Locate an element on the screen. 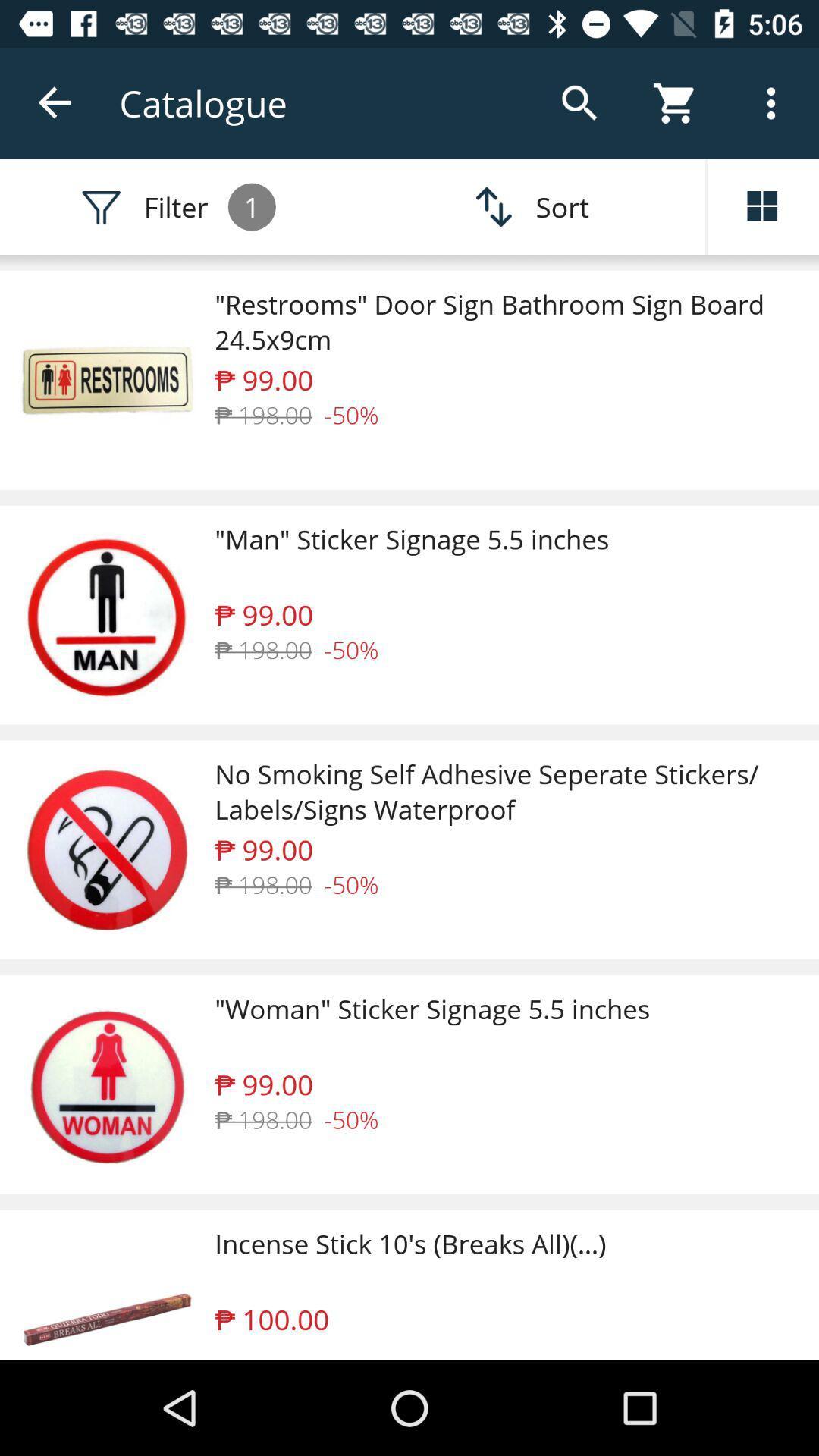 This screenshot has height=1456, width=819. more options is located at coordinates (763, 206).